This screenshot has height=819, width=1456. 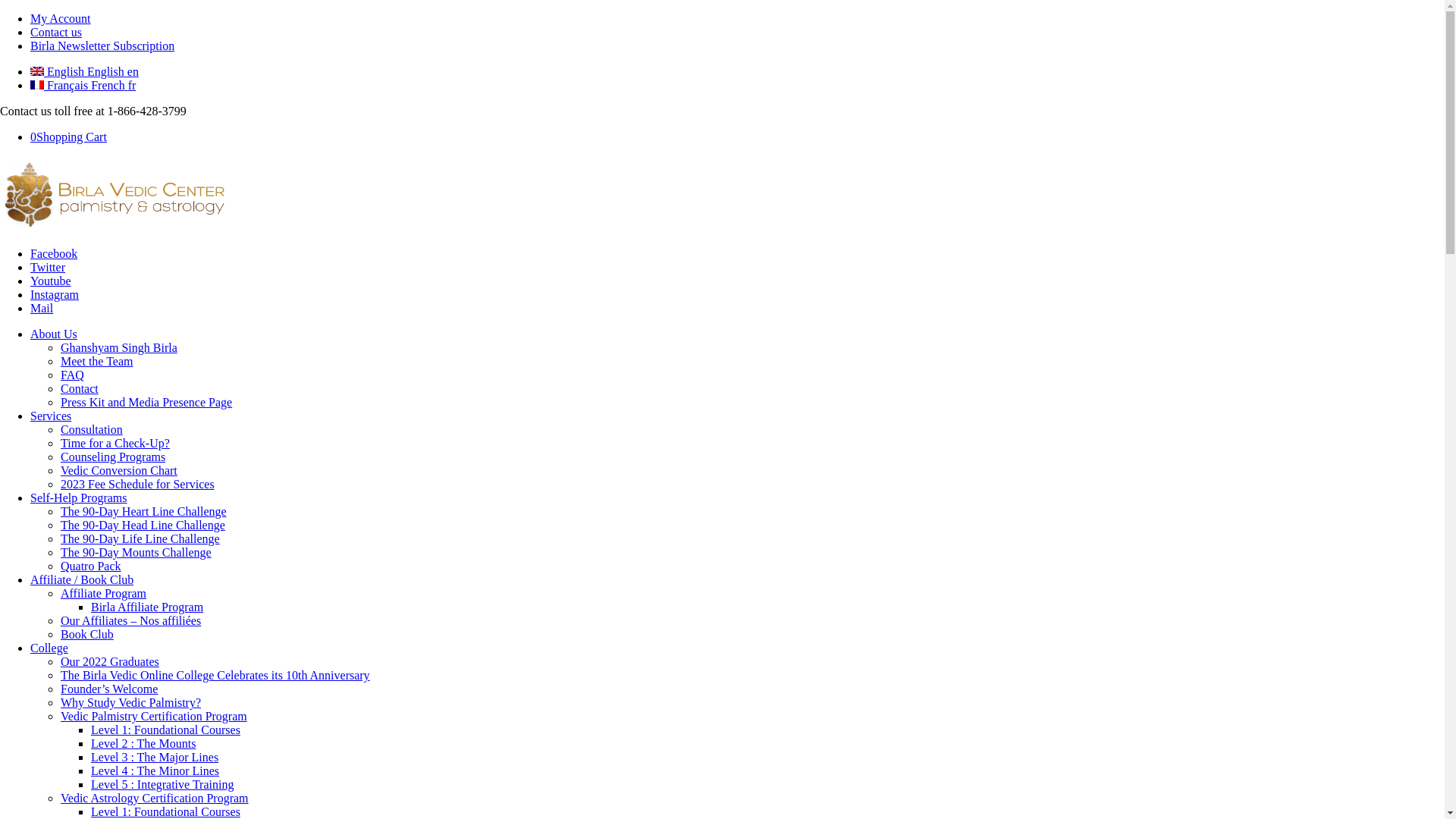 I want to click on 'About Us', so click(x=54, y=333).